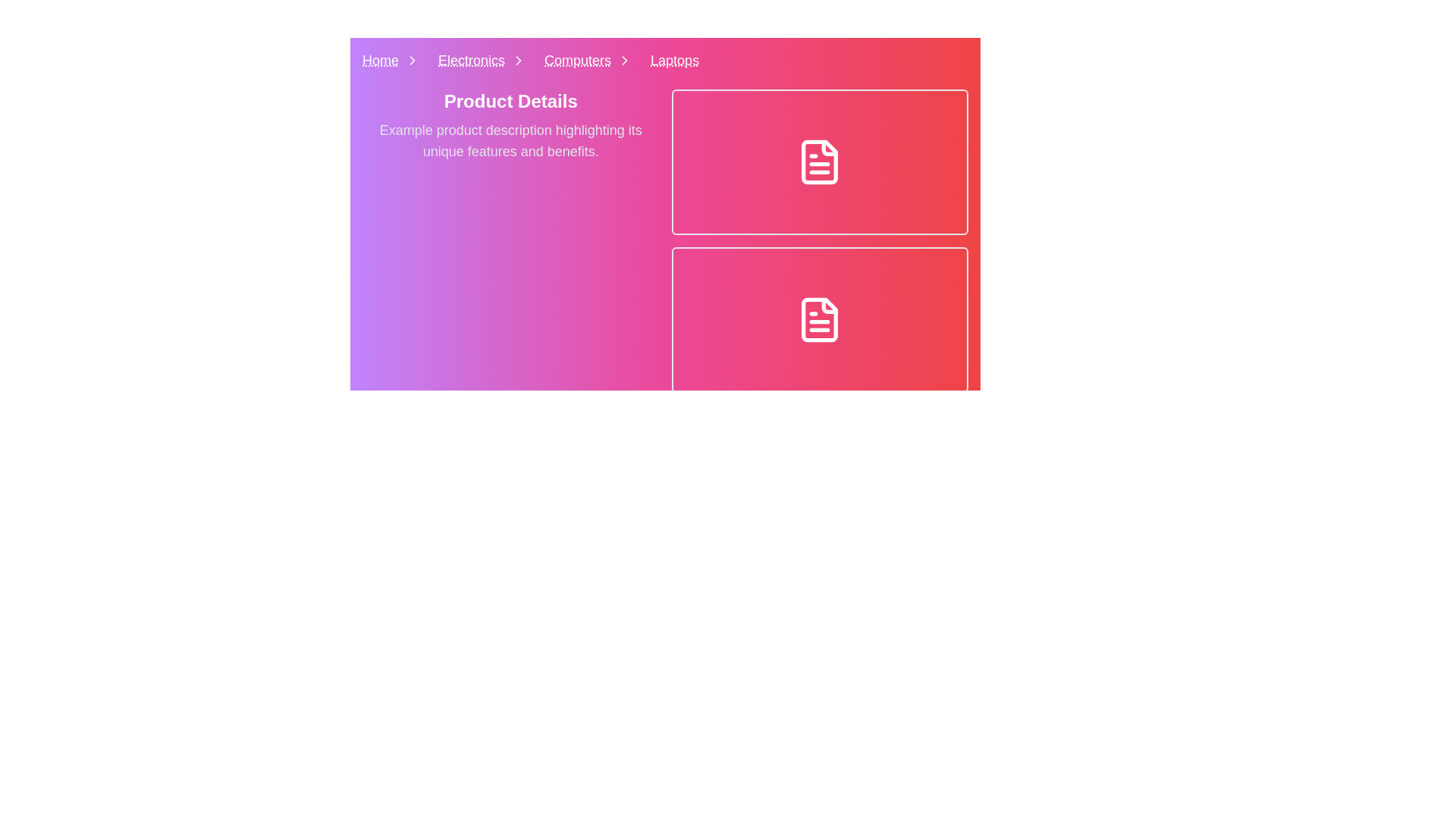 The height and width of the screenshot is (819, 1456). Describe the element at coordinates (381, 60) in the screenshot. I see `the 'Home' hyperlink located in the breadcrumb navigation bar at the top-left corner of the interface` at that location.